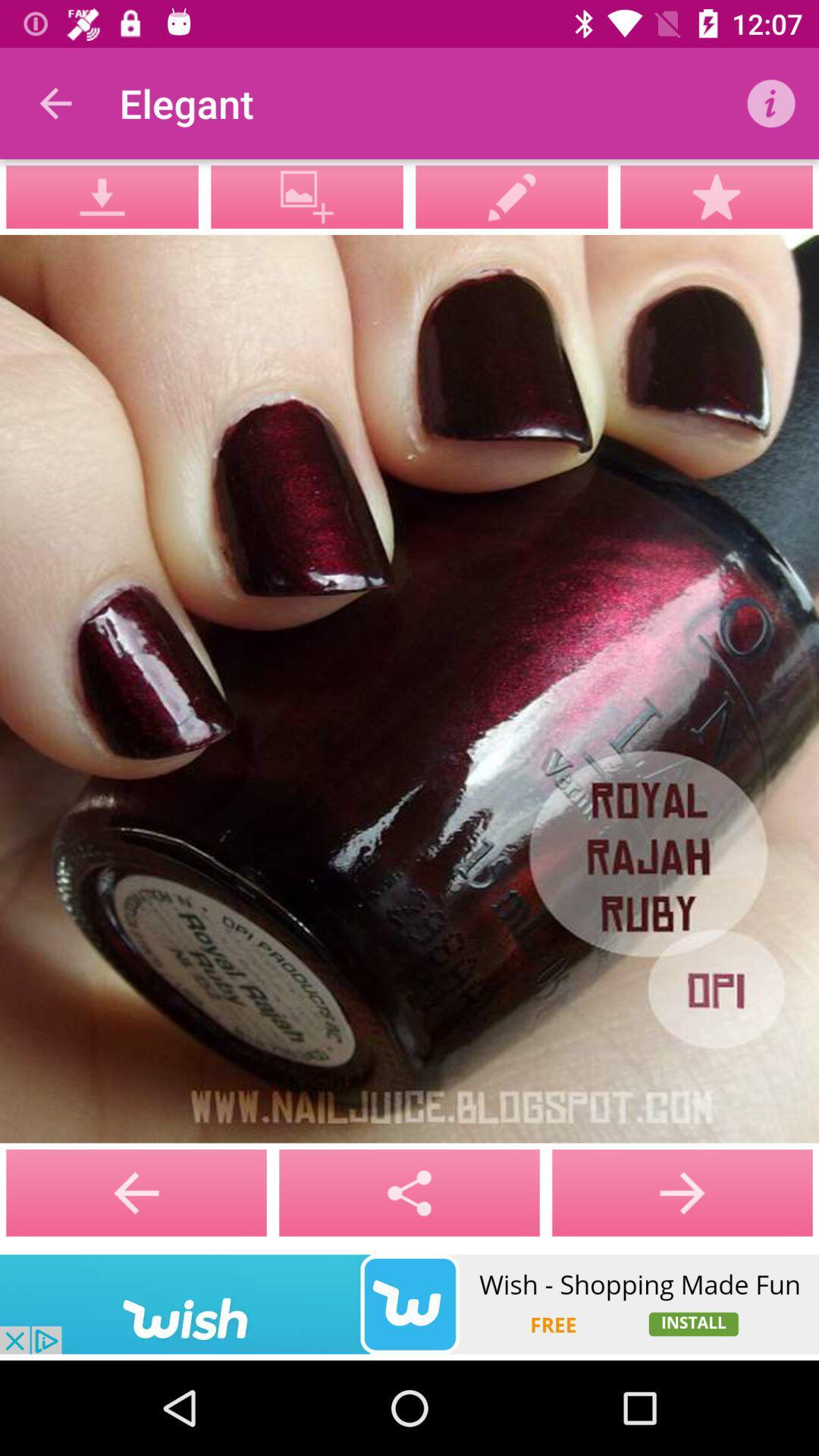 This screenshot has width=819, height=1456. I want to click on advertisement page, so click(409, 1304).